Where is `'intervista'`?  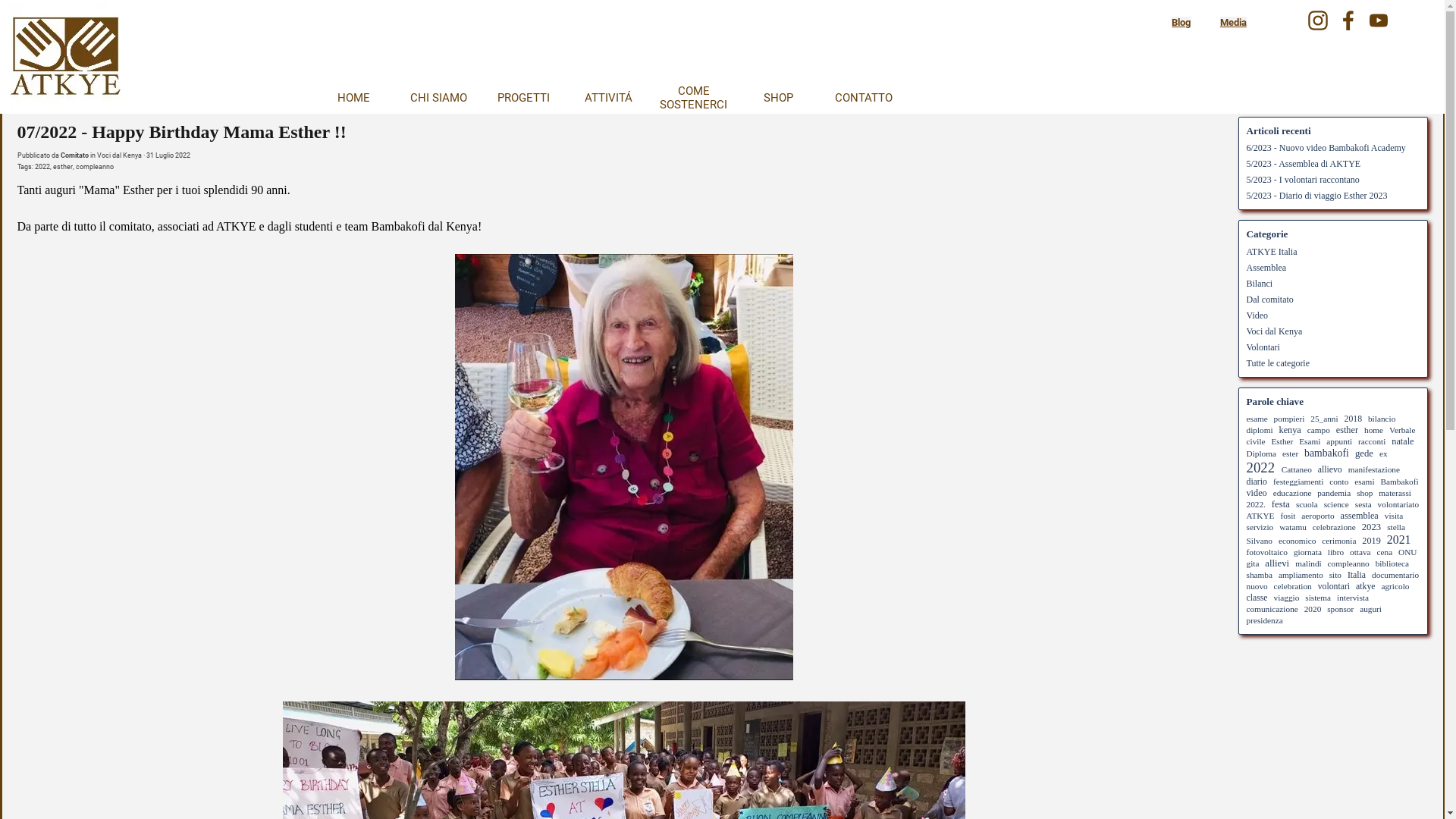
'intervista' is located at coordinates (1353, 596).